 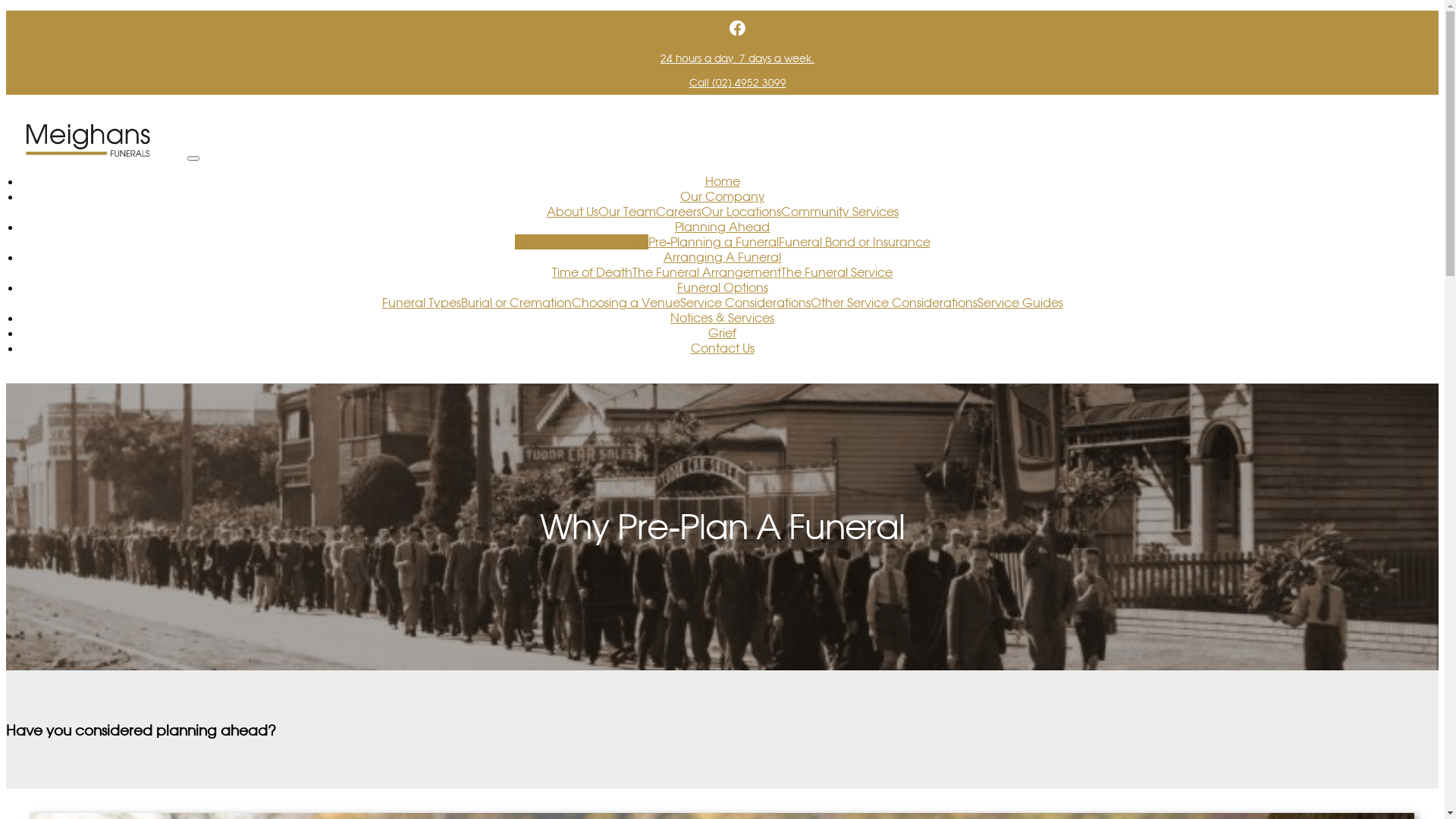 I want to click on 'Other Service Considerations', so click(x=893, y=302).